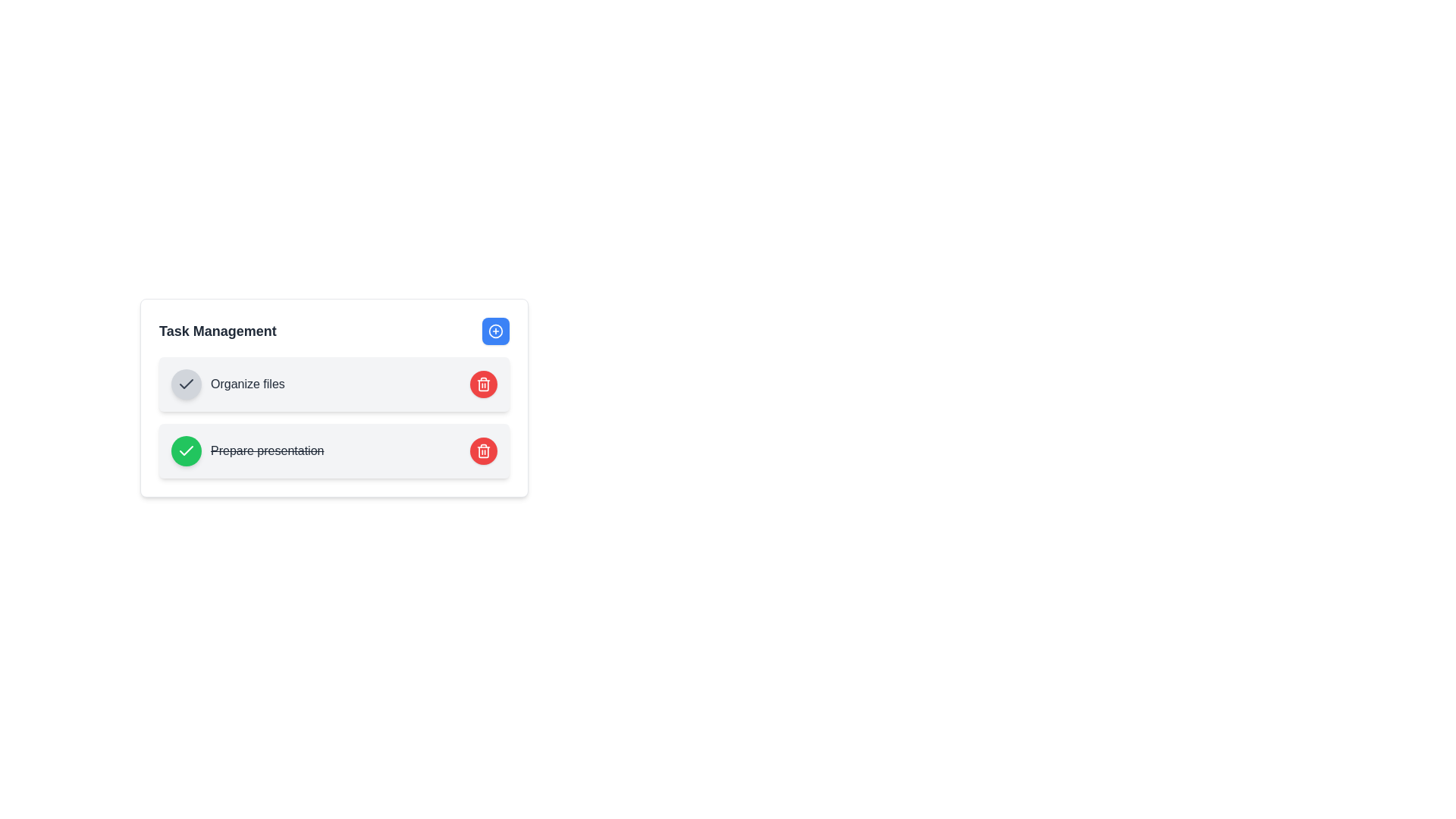 Image resolution: width=1456 pixels, height=819 pixels. What do you see at coordinates (185, 450) in the screenshot?
I see `the state of the checkmark icon, which is part of the completed task indicator located within the green circle to the left of the text 'Prepare presentation'` at bounding box center [185, 450].